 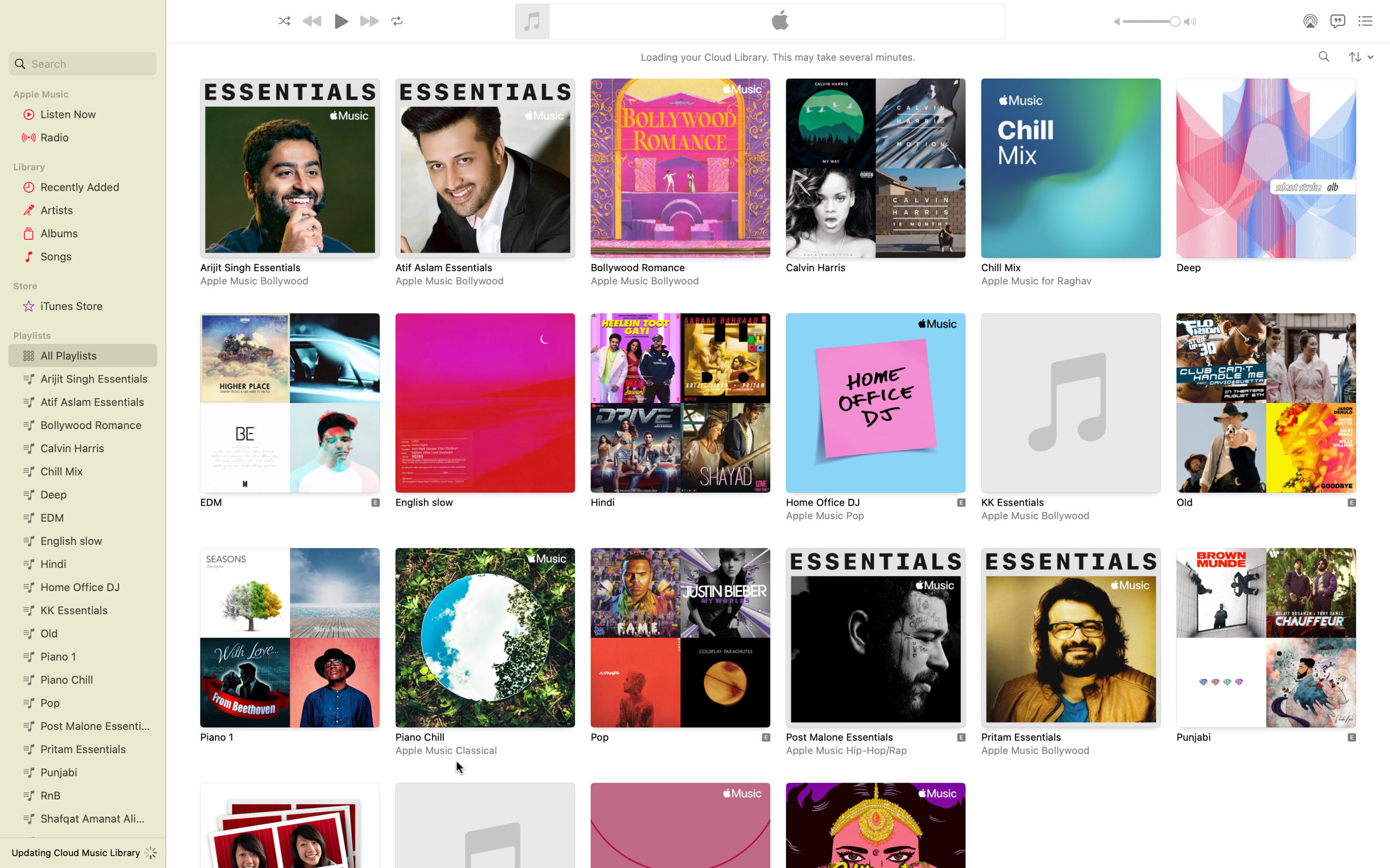 What do you see at coordinates (486, 654) in the screenshot?
I see `the playlist titled Piano Chill` at bounding box center [486, 654].